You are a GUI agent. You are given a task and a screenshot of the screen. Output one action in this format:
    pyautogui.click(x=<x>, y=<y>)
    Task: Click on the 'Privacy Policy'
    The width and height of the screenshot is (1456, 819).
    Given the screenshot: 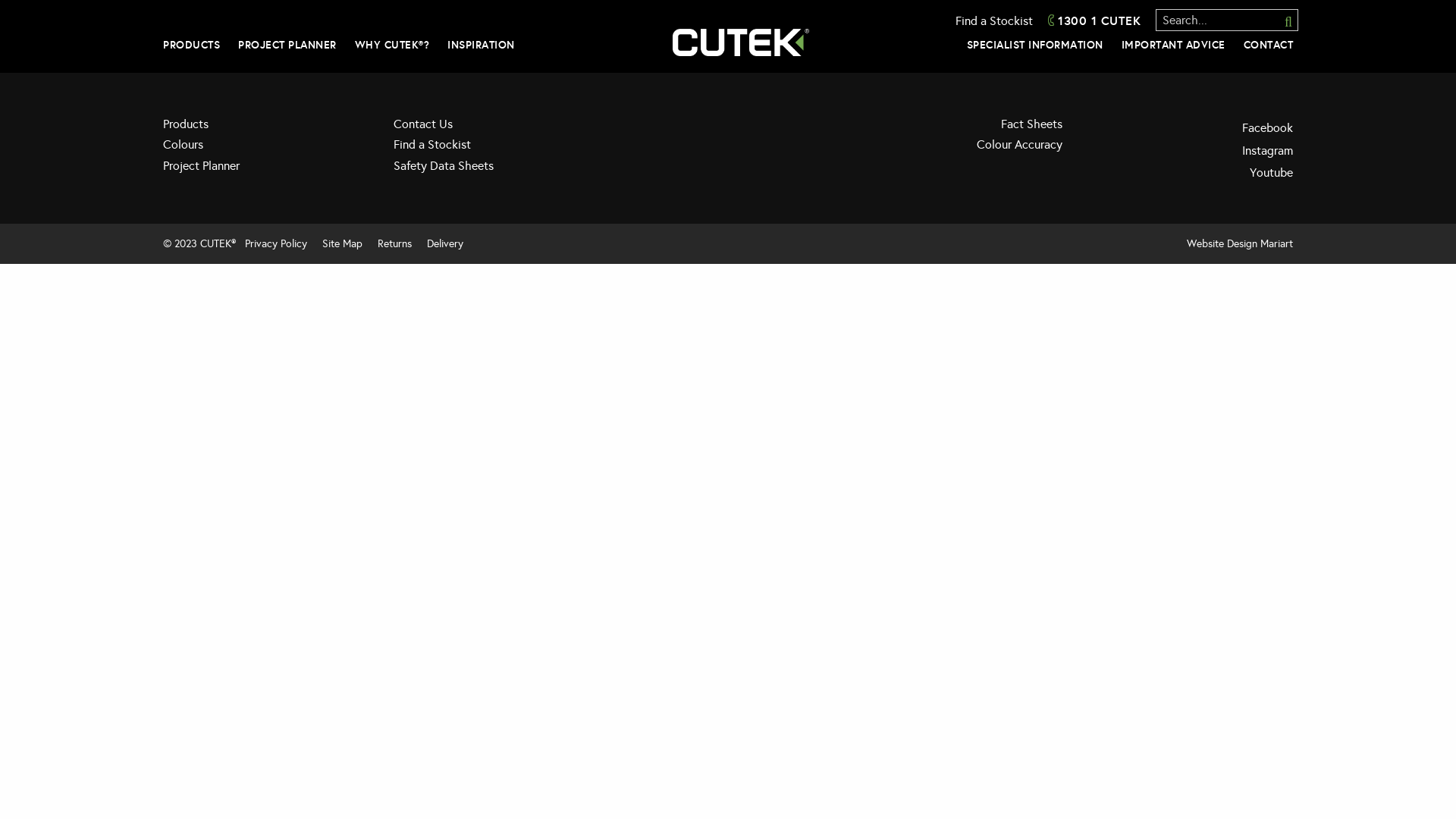 What is the action you would take?
    pyautogui.click(x=276, y=243)
    